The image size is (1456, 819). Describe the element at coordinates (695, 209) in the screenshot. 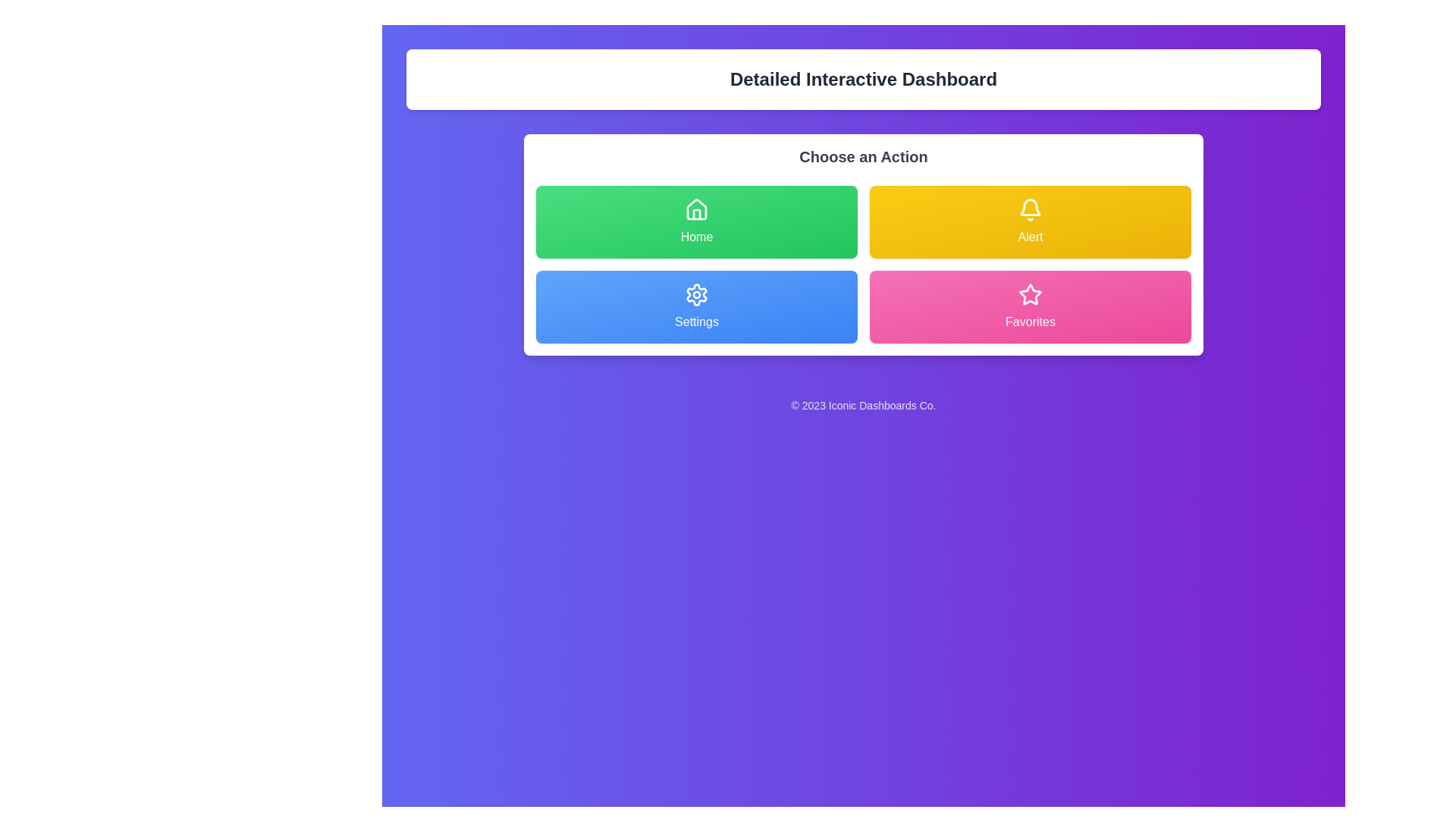

I see `the stylized house icon located in the center of the green 'Home' button, which is part of a grid layout on a white card with a violet background` at that location.